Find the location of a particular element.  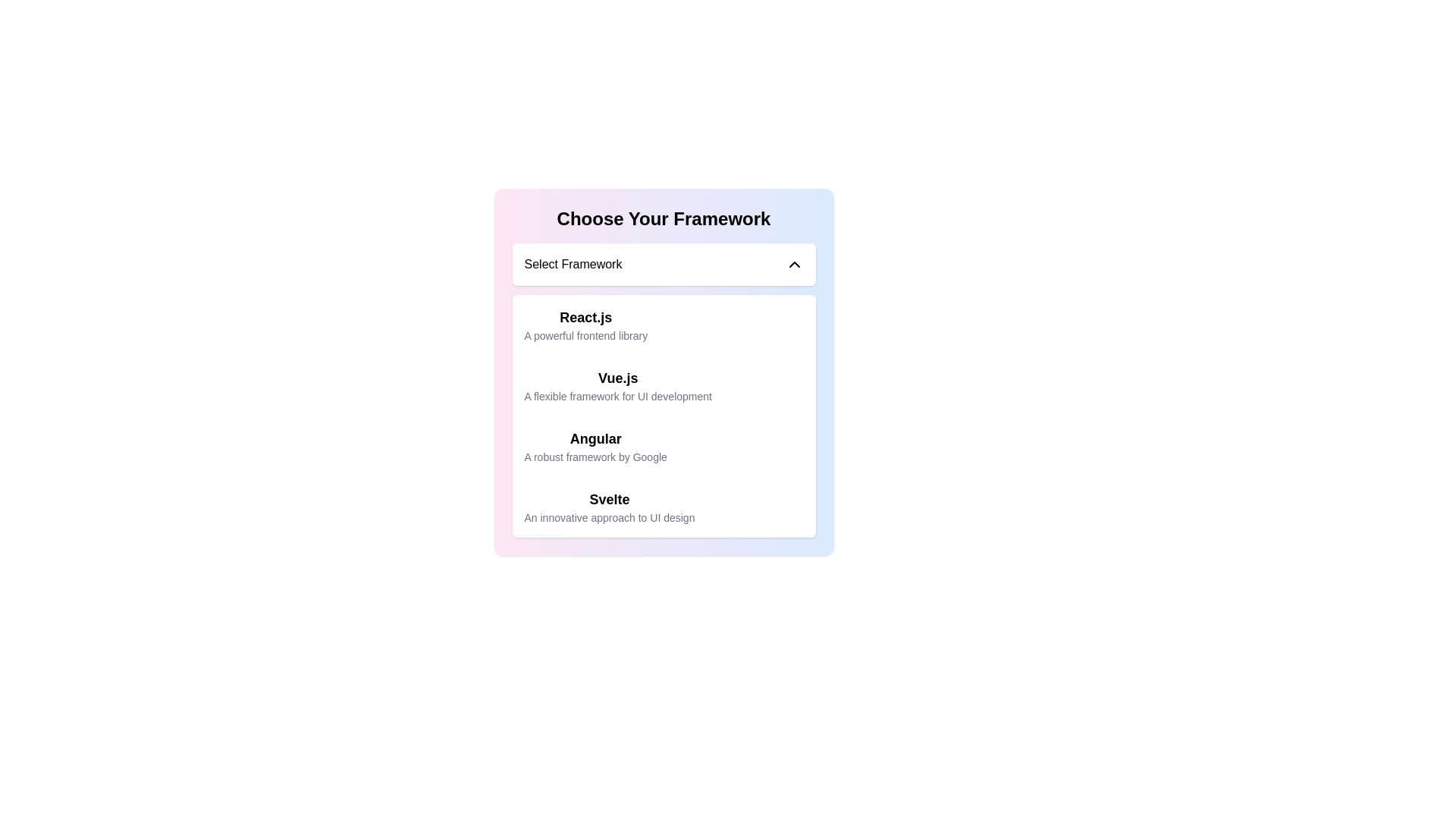

the text label that reads 'A powerful frontend library', which is styled in gray and positioned below the header 'React.js' in the card-styled panel labeled 'Choose Your Framework' is located at coordinates (585, 335).